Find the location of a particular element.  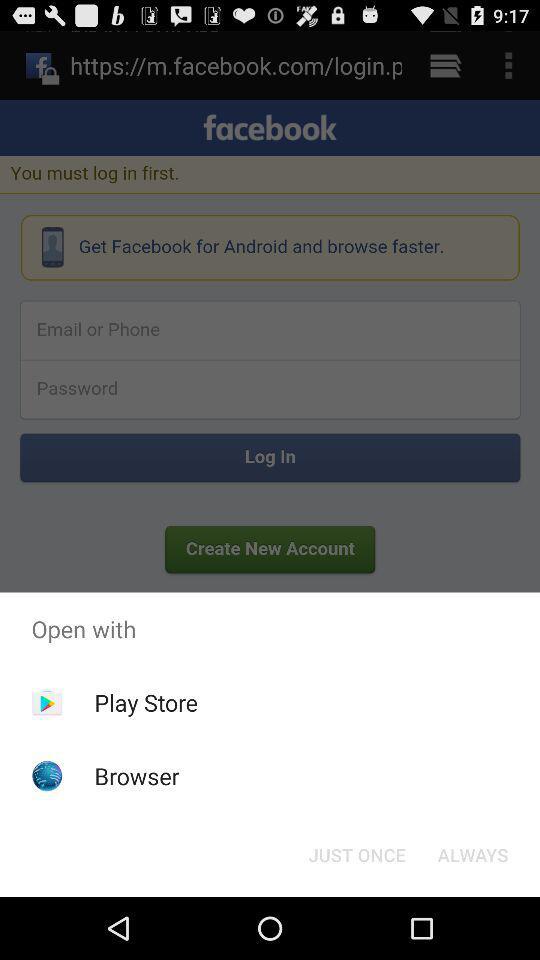

the always at the bottom right corner is located at coordinates (472, 853).